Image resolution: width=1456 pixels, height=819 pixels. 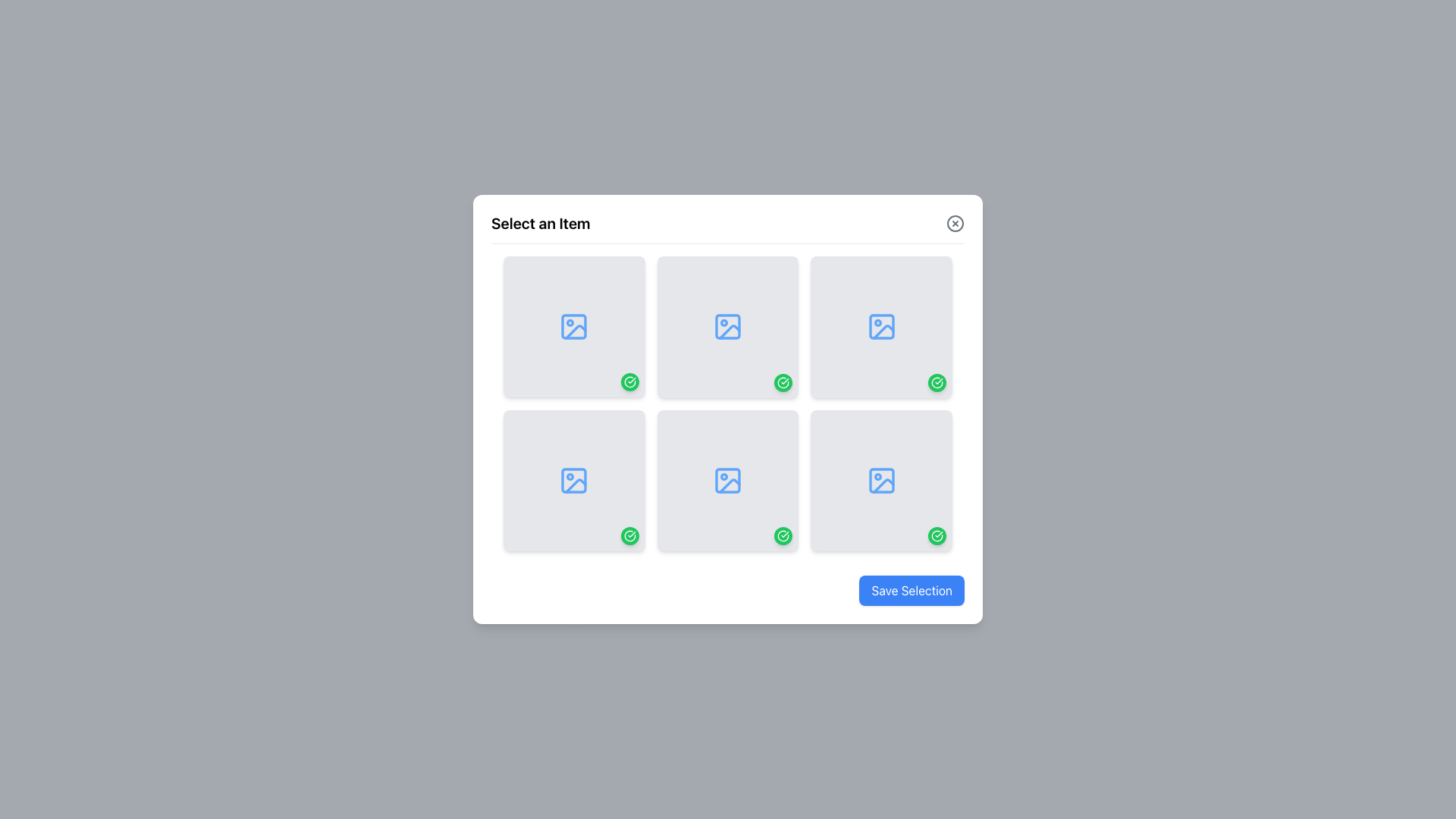 What do you see at coordinates (937, 535) in the screenshot?
I see `the status indicator button located at the bottom right corner of the grid layout` at bounding box center [937, 535].